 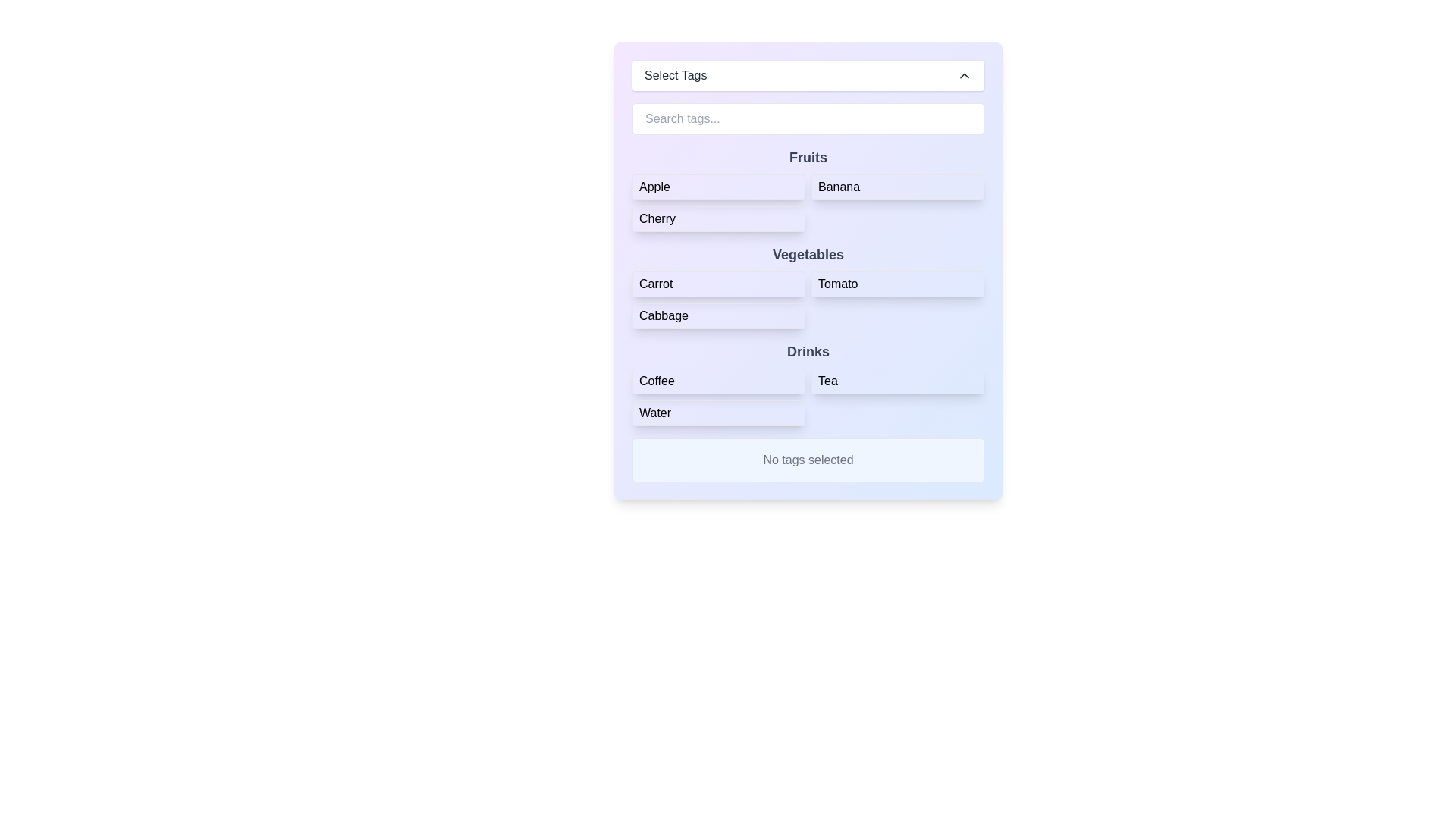 What do you see at coordinates (898, 380) in the screenshot?
I see `the button labeled 'Tea', which is the second option under the 'Drinks' category` at bounding box center [898, 380].